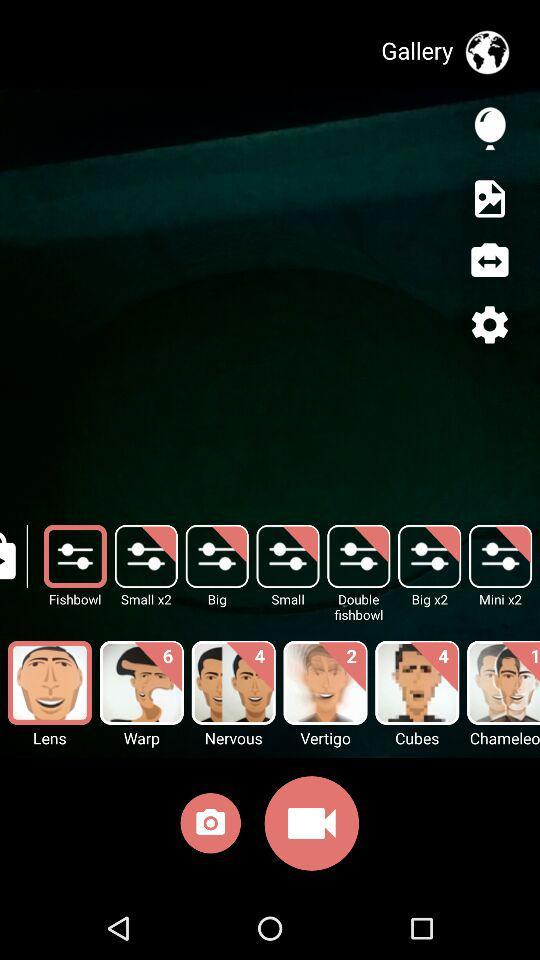 This screenshot has height=960, width=540. What do you see at coordinates (488, 260) in the screenshot?
I see `the swap icon` at bounding box center [488, 260].